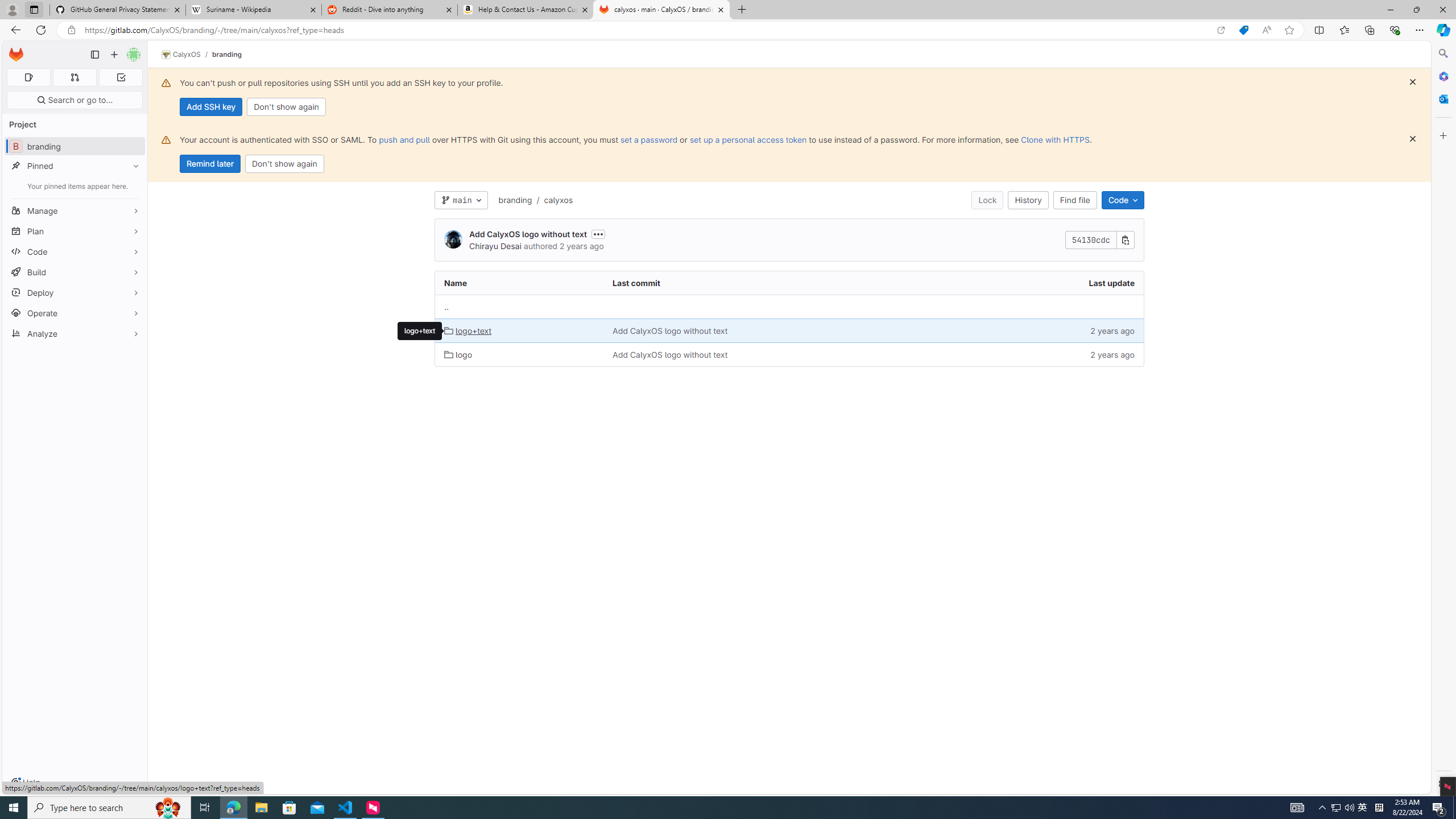 This screenshot has height=819, width=1456. I want to click on 'Operate', so click(74, 312).